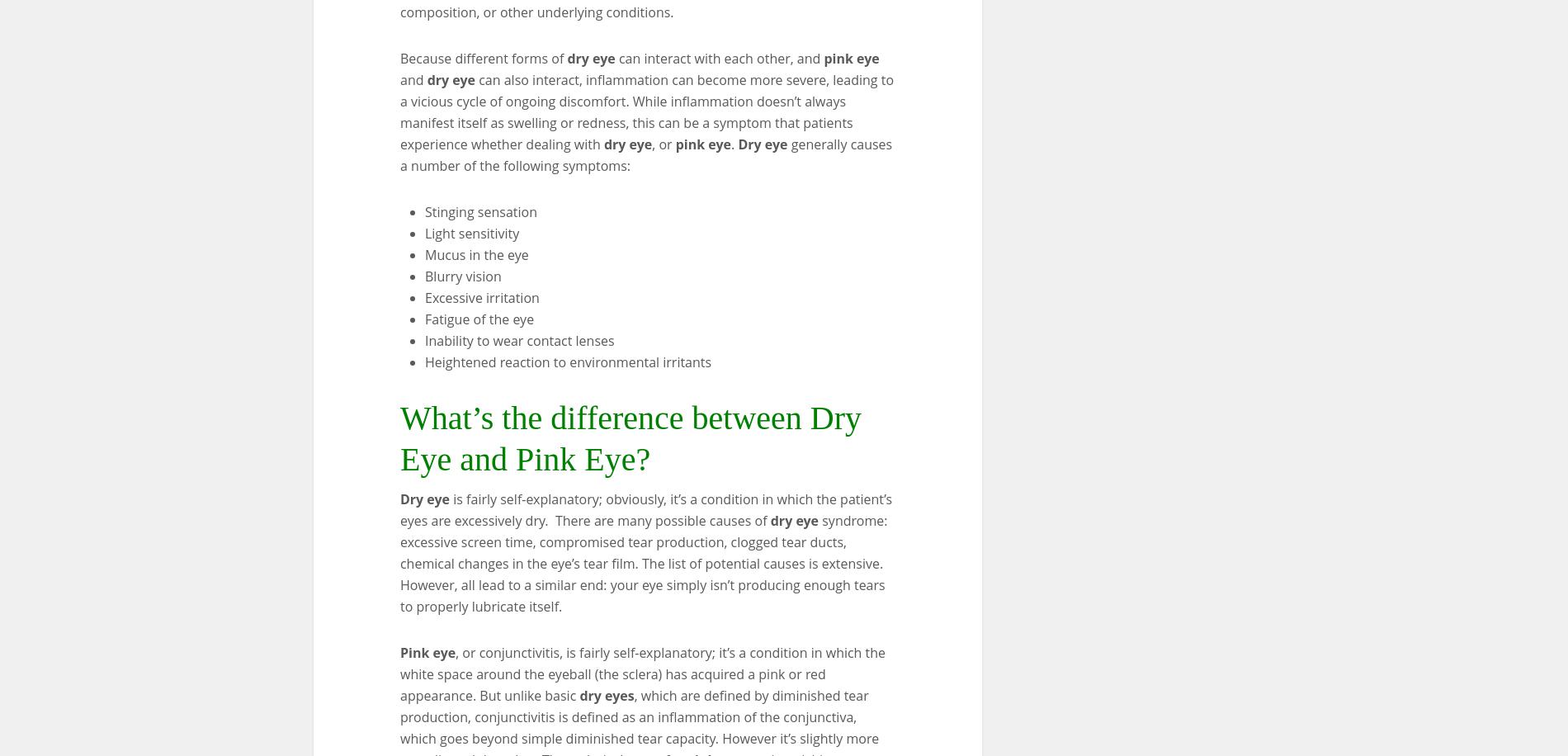 The image size is (1568, 756). Describe the element at coordinates (730, 143) in the screenshot. I see `'.'` at that location.